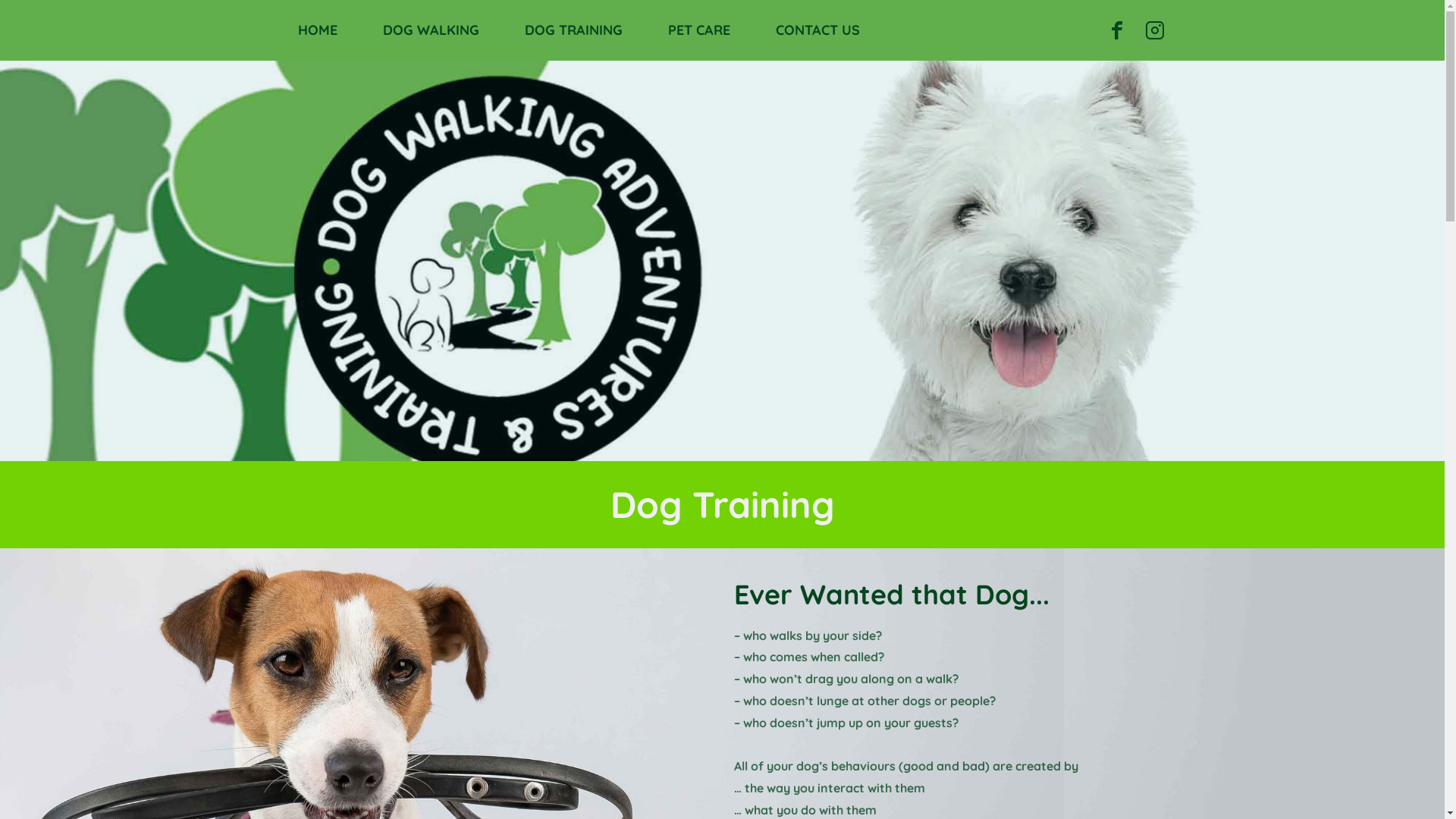 The height and width of the screenshot is (819, 1456). What do you see at coordinates (572, 30) in the screenshot?
I see `'DOG TRAINING'` at bounding box center [572, 30].